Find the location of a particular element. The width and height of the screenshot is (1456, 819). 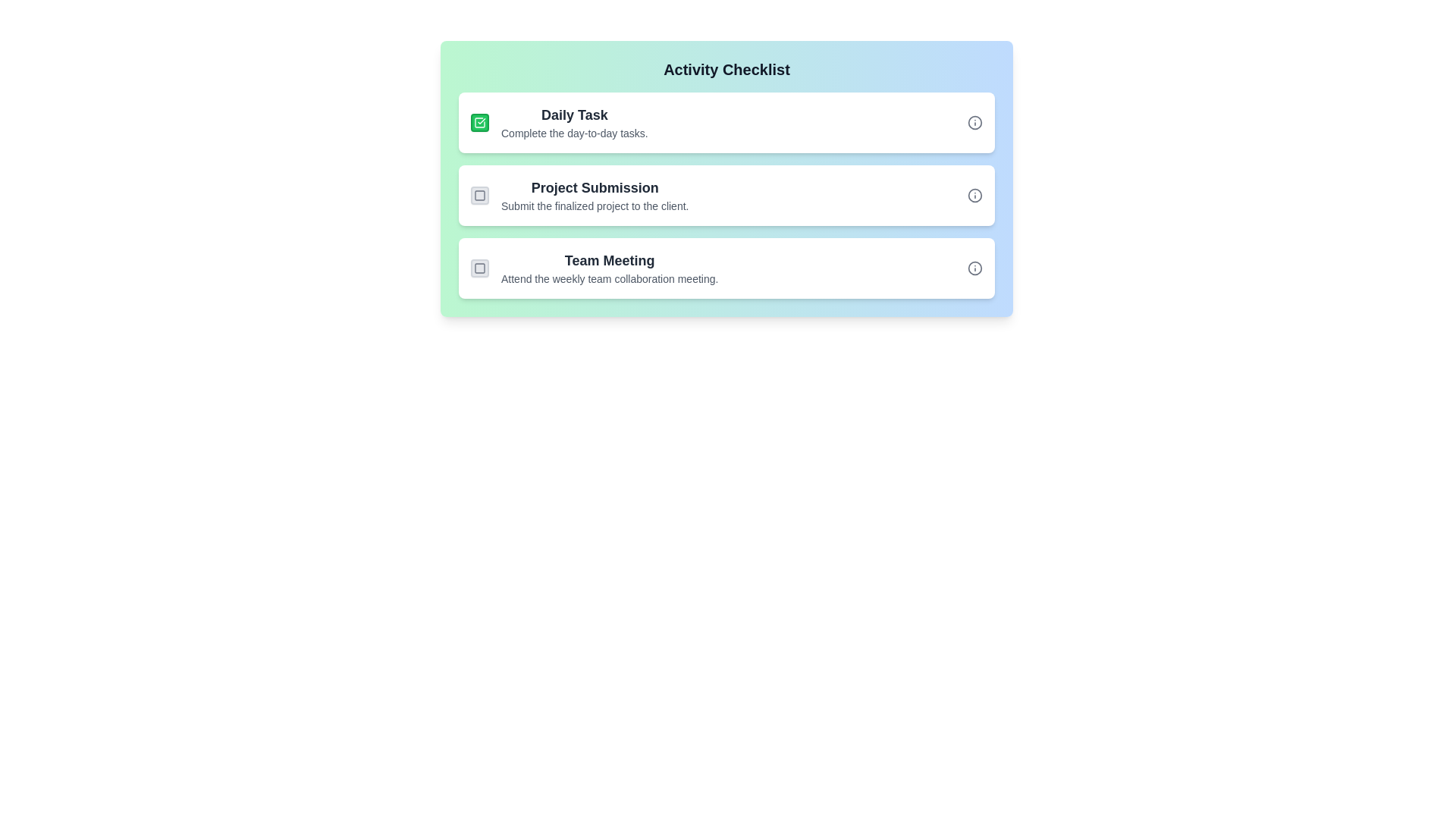

the text label that provides additional details about the 'Project Submission' task, located directly beneath the header is located at coordinates (594, 206).